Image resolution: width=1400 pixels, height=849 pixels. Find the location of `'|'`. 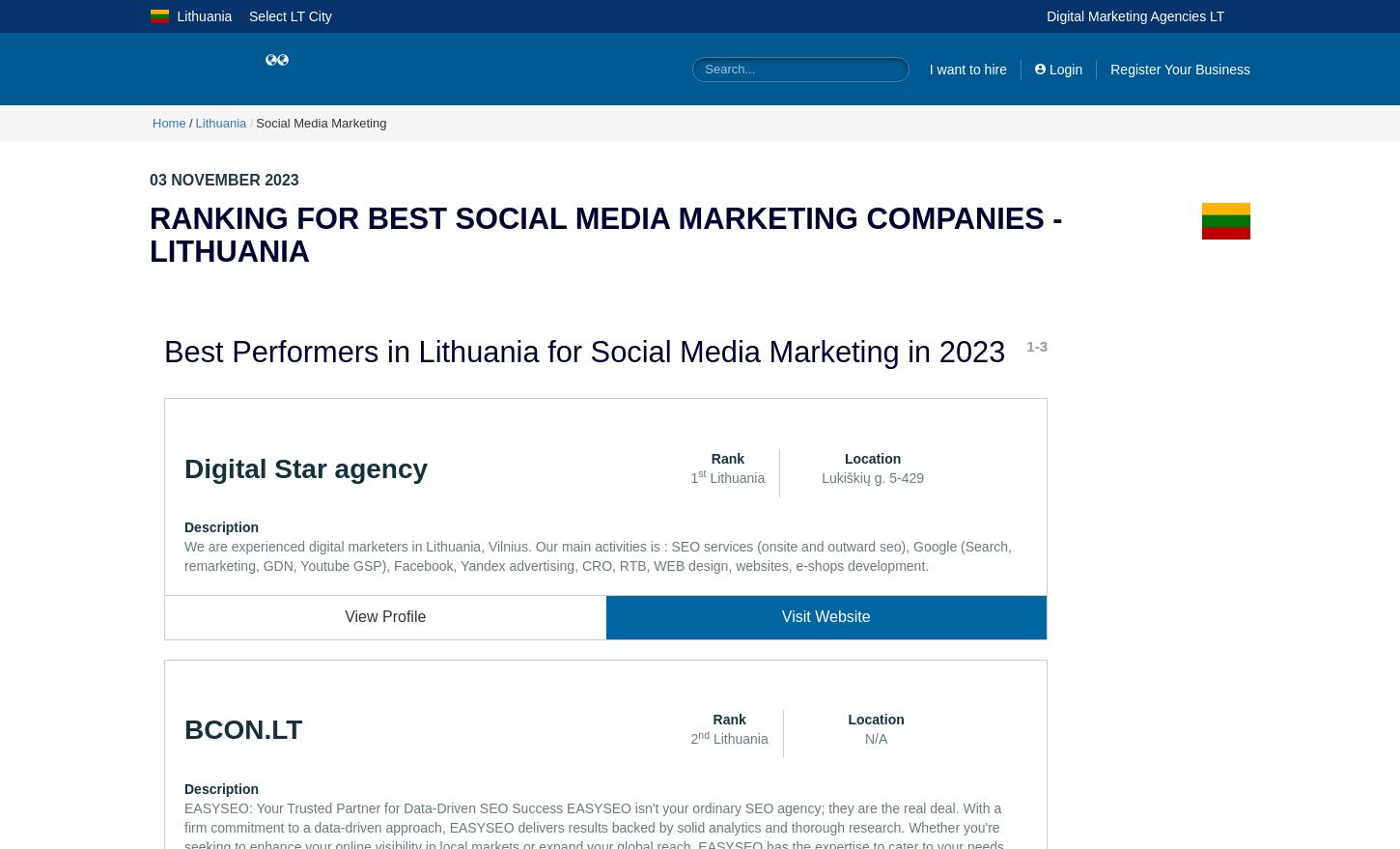

'|' is located at coordinates (246, 14).